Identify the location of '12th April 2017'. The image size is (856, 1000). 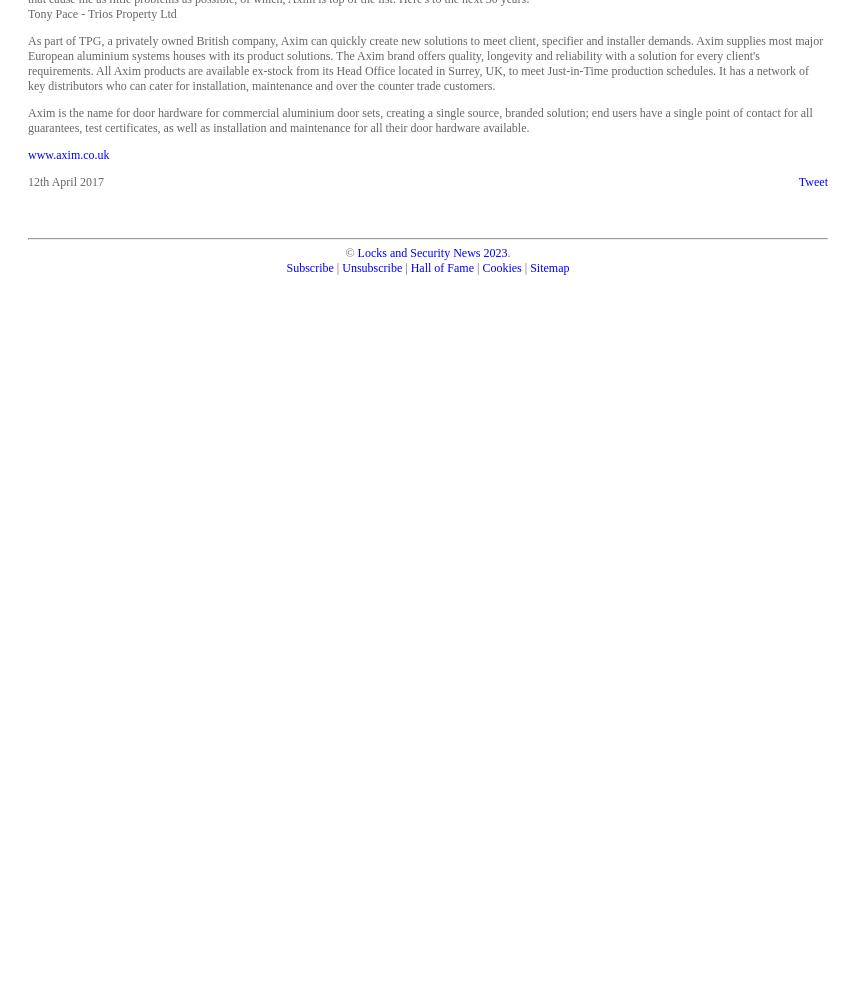
(27, 182).